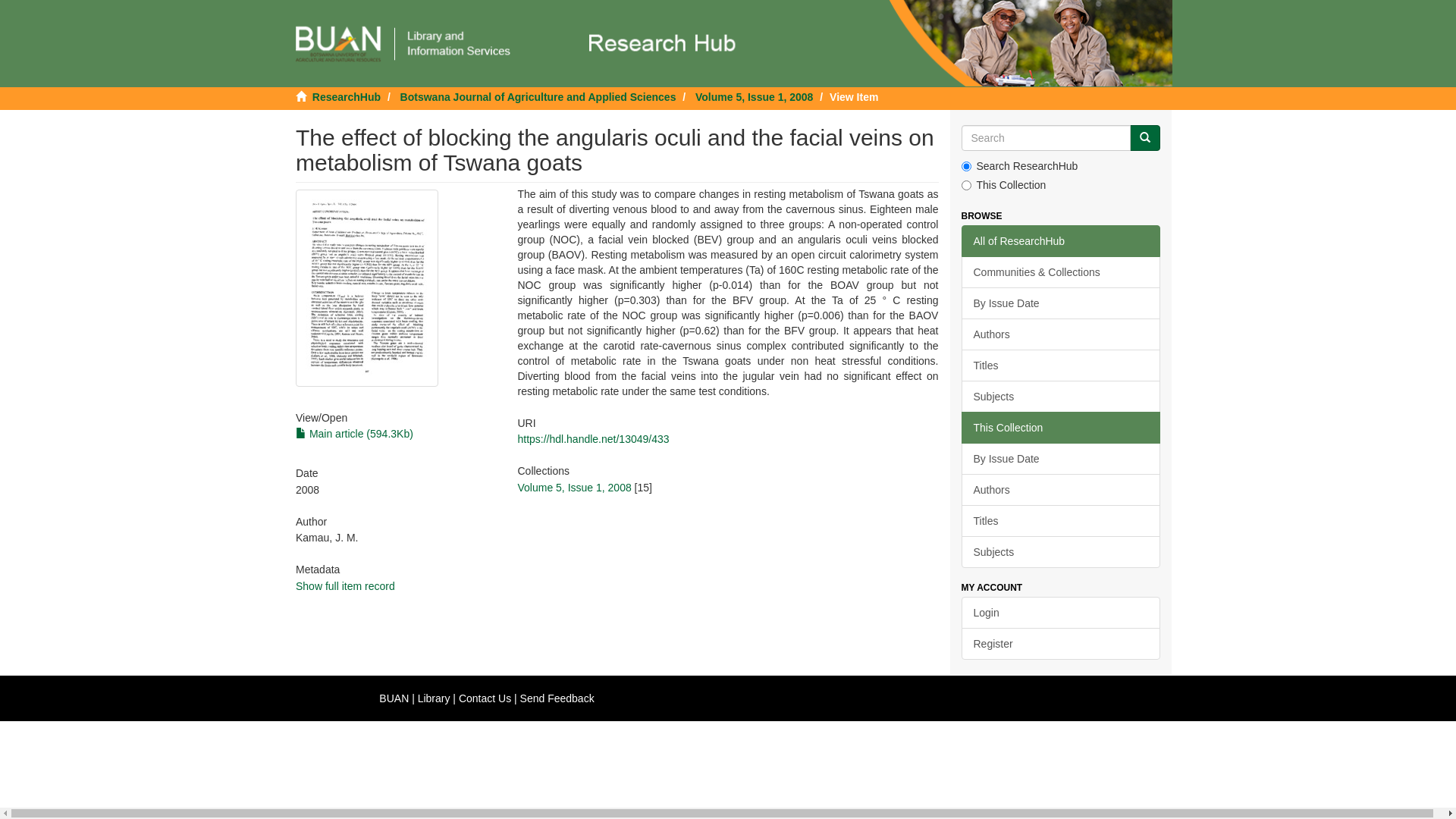 The height and width of the screenshot is (819, 1456). I want to click on 'Titles', so click(1060, 519).